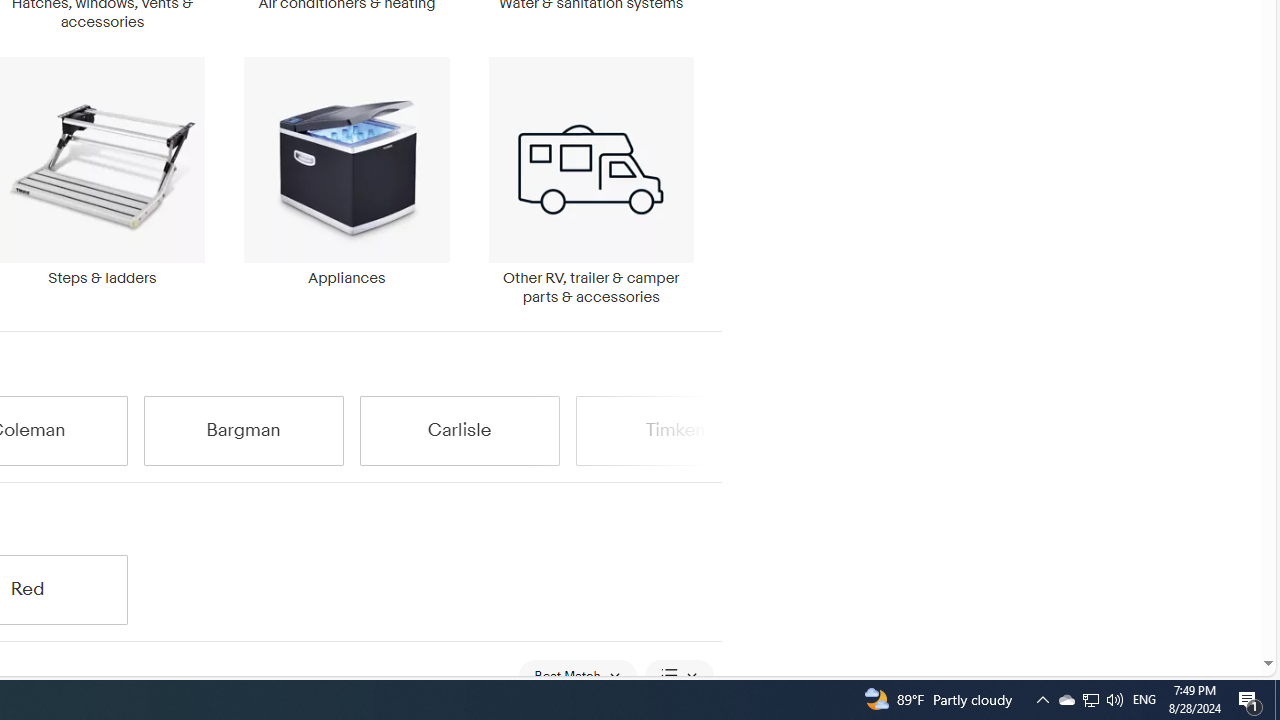 The width and height of the screenshot is (1280, 720). I want to click on 'Appliances', so click(346, 171).